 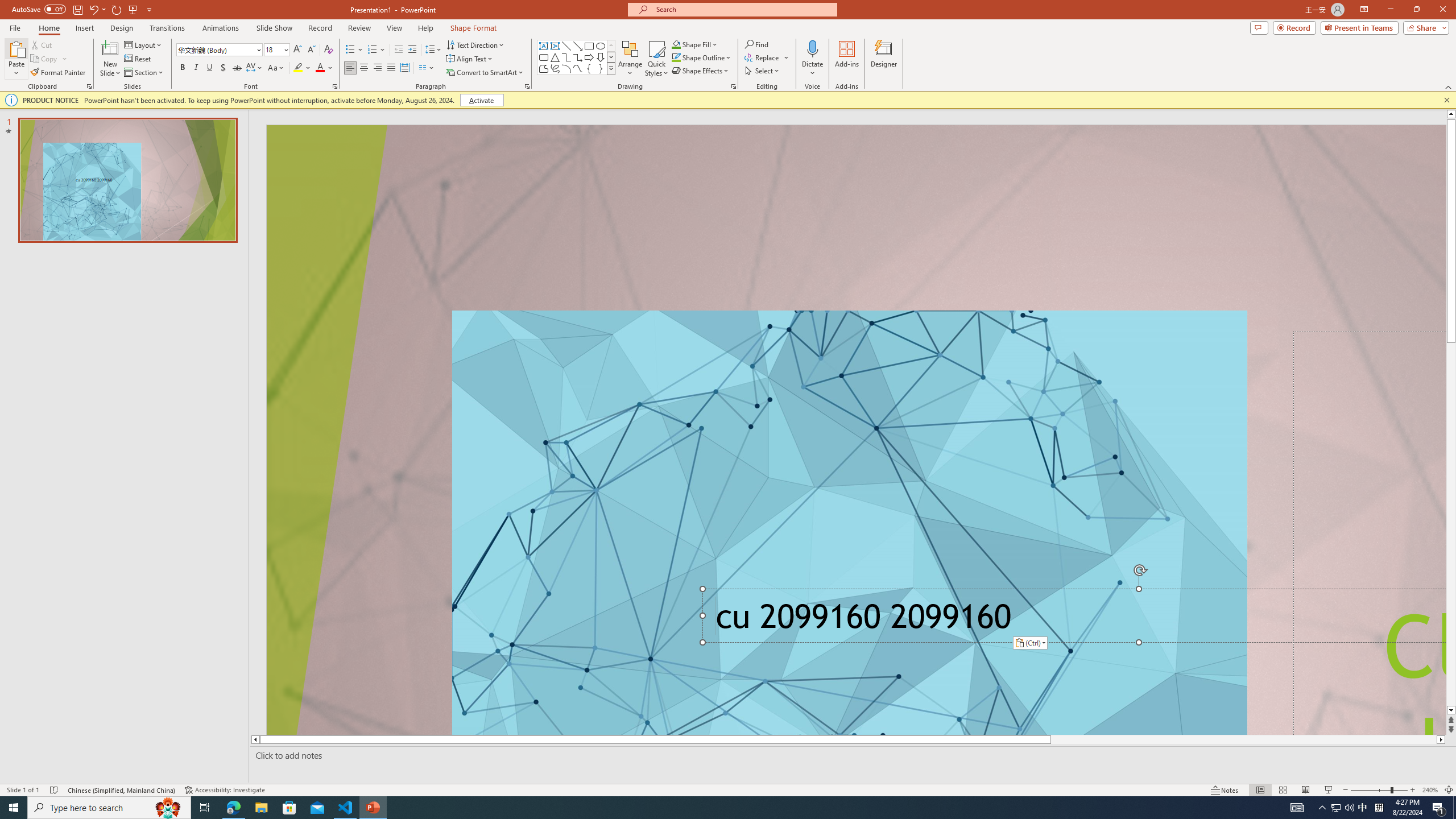 I want to click on 'Activate', so click(x=482, y=100).